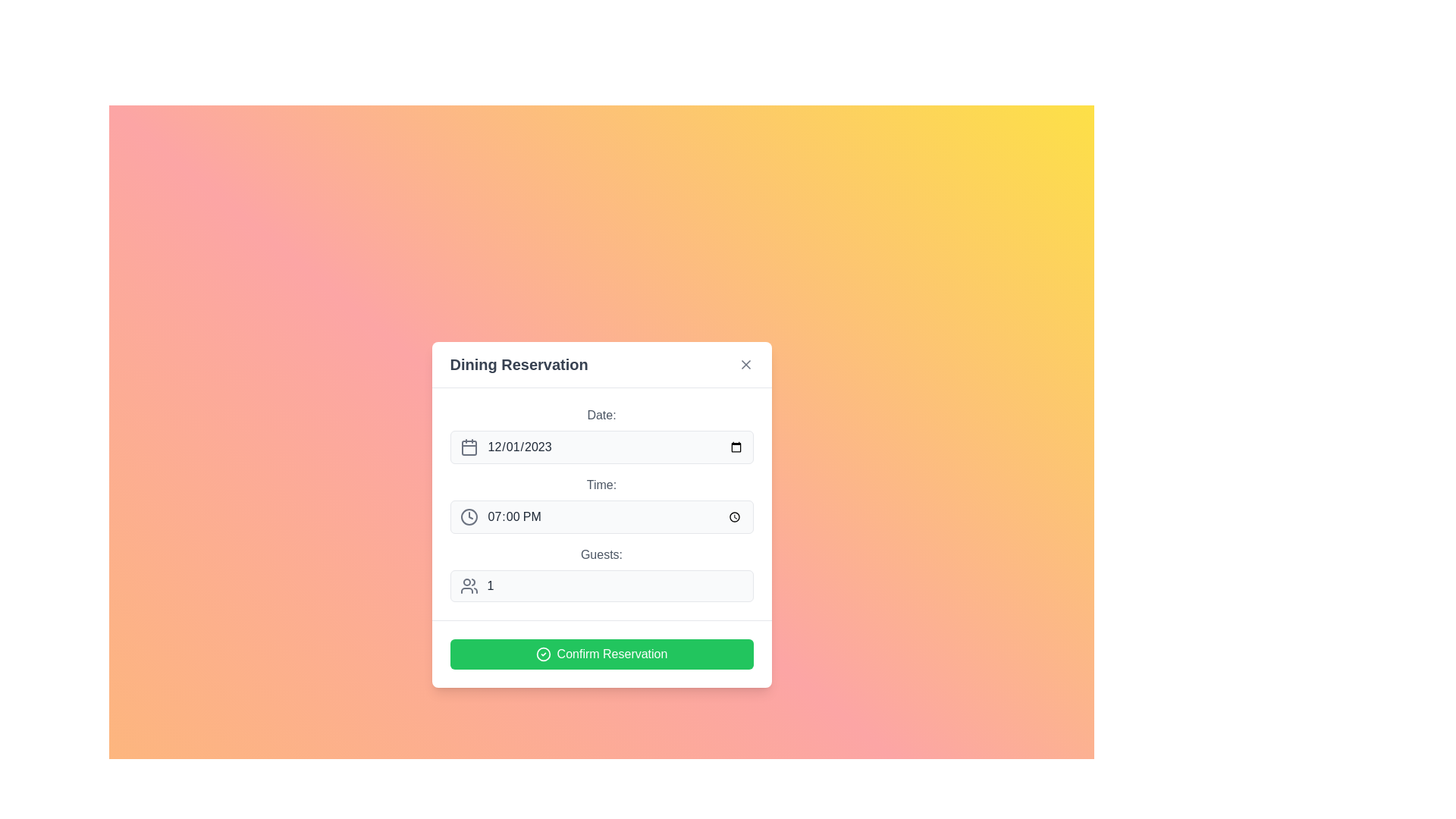 This screenshot has width=1456, height=819. Describe the element at coordinates (601, 415) in the screenshot. I see `label that indicates the purpose of the adjacent date input field, located at the top of the form above the date input box` at that location.